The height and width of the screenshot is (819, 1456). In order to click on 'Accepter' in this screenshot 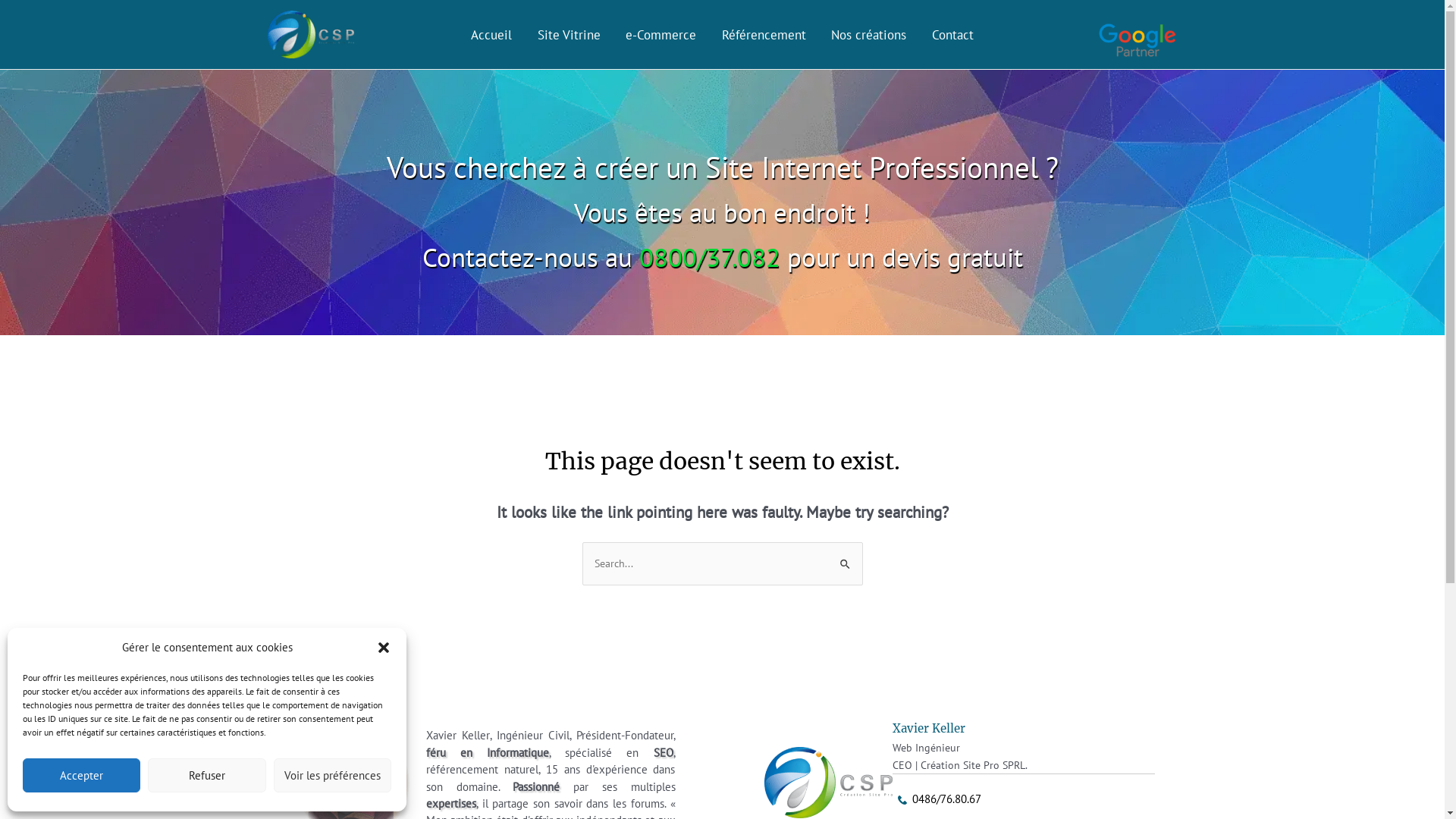, I will do `click(80, 775)`.